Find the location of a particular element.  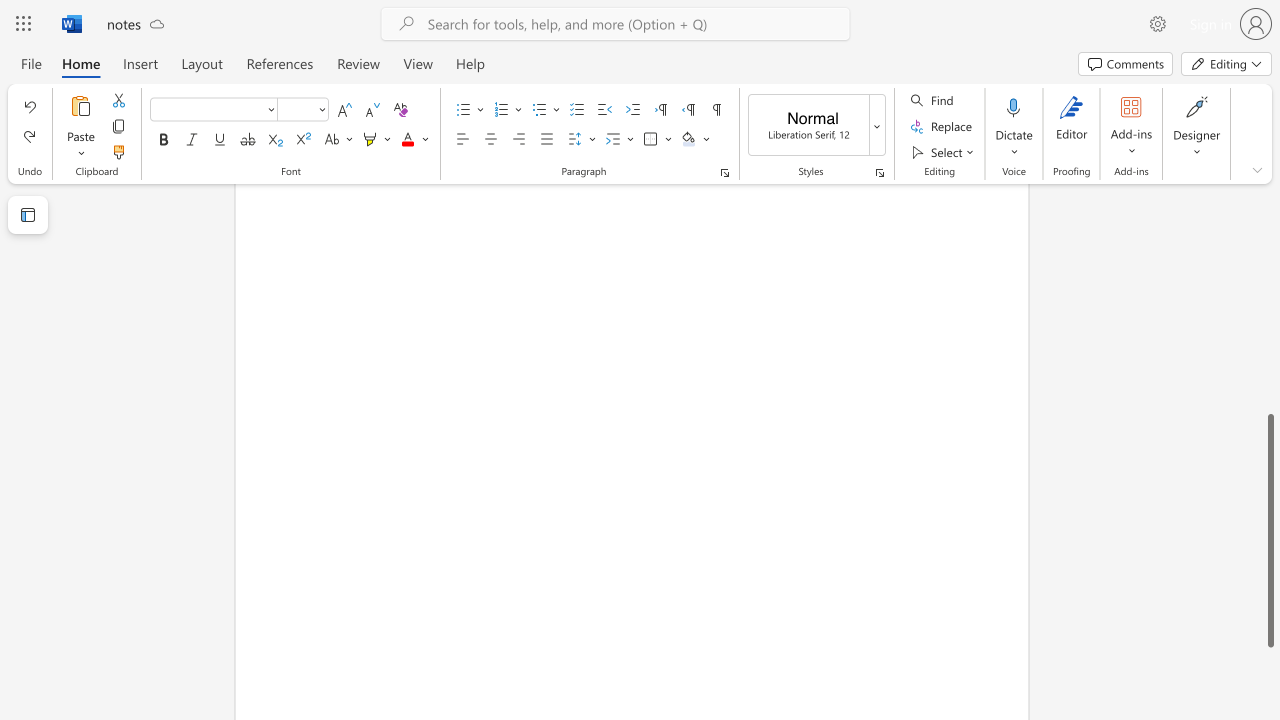

the scrollbar to move the page up is located at coordinates (1269, 290).